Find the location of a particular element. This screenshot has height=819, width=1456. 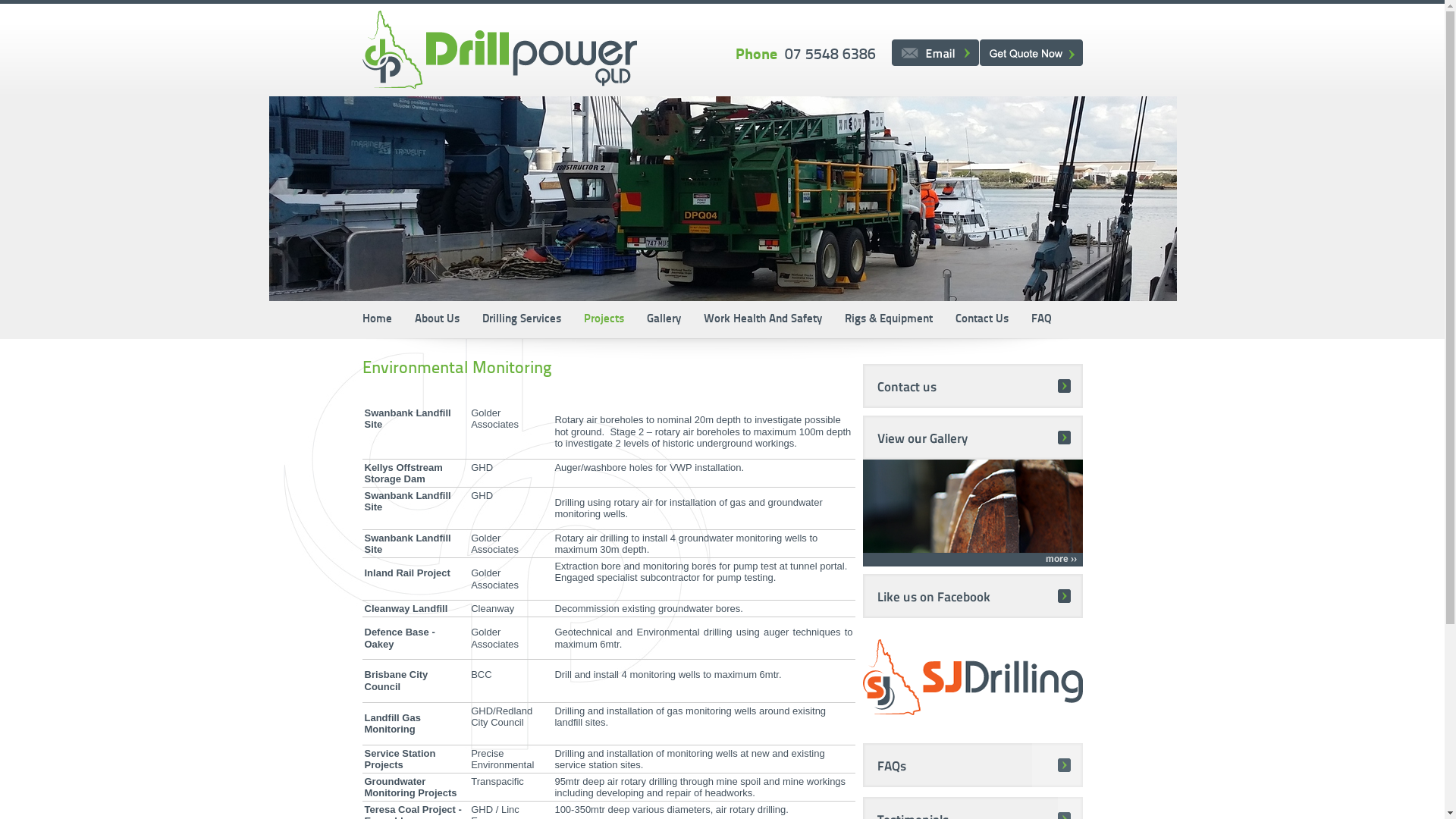

'Rigs & Equipment' is located at coordinates (832, 318).